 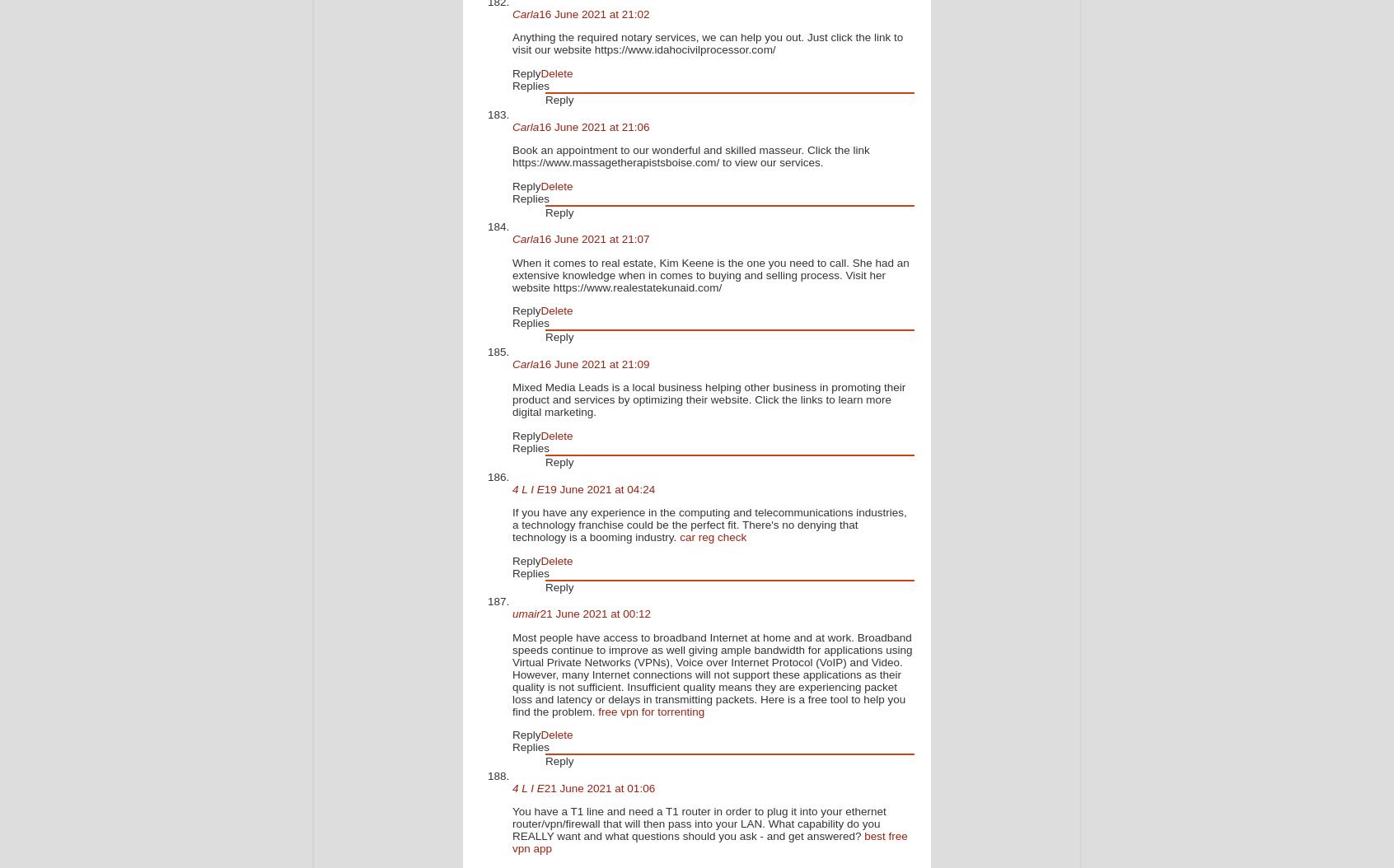 What do you see at coordinates (598, 787) in the screenshot?
I see `'21 June 2021 at 01:06'` at bounding box center [598, 787].